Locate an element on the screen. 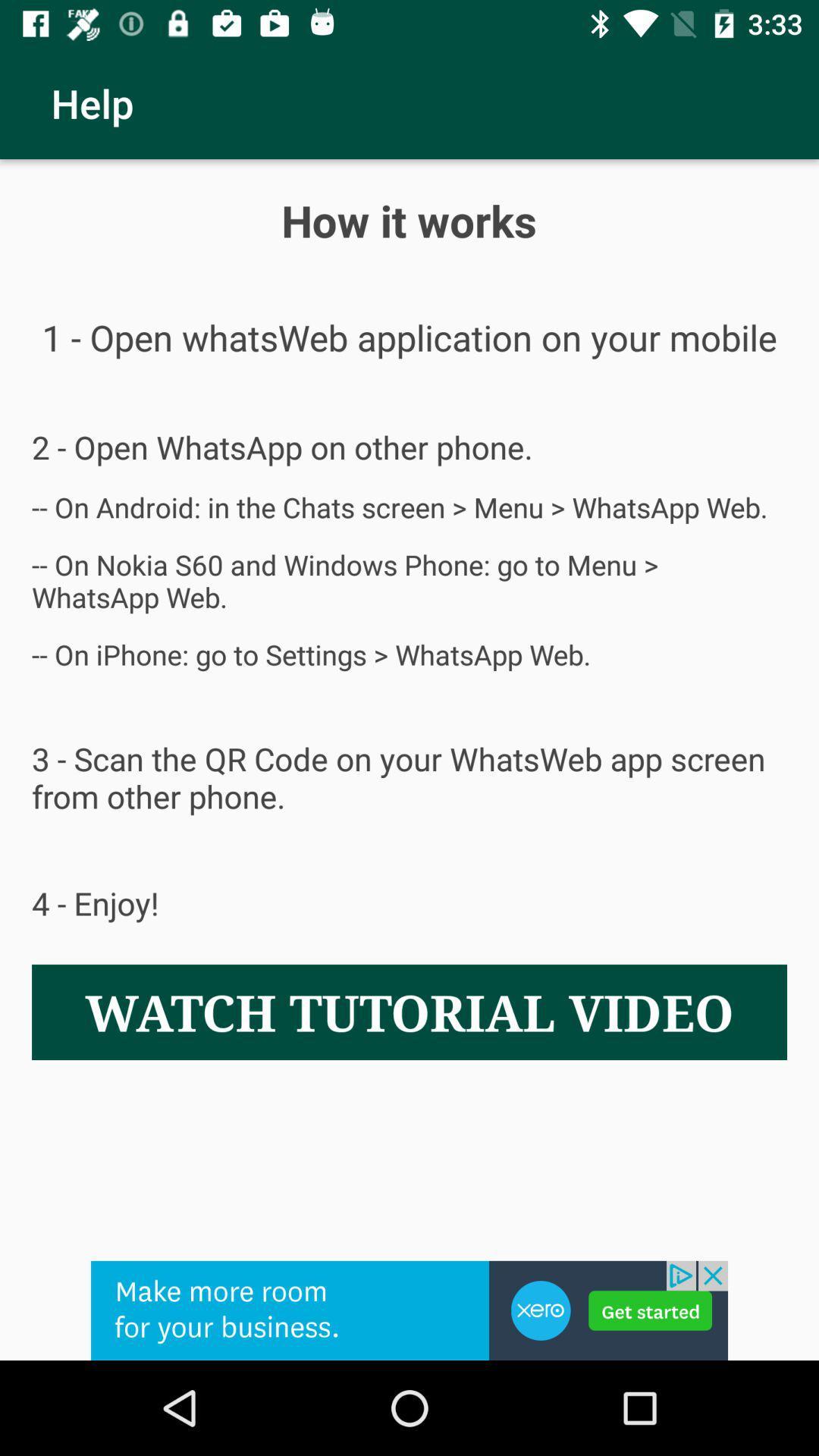 This screenshot has width=819, height=1456. for add is located at coordinates (409, 1310).